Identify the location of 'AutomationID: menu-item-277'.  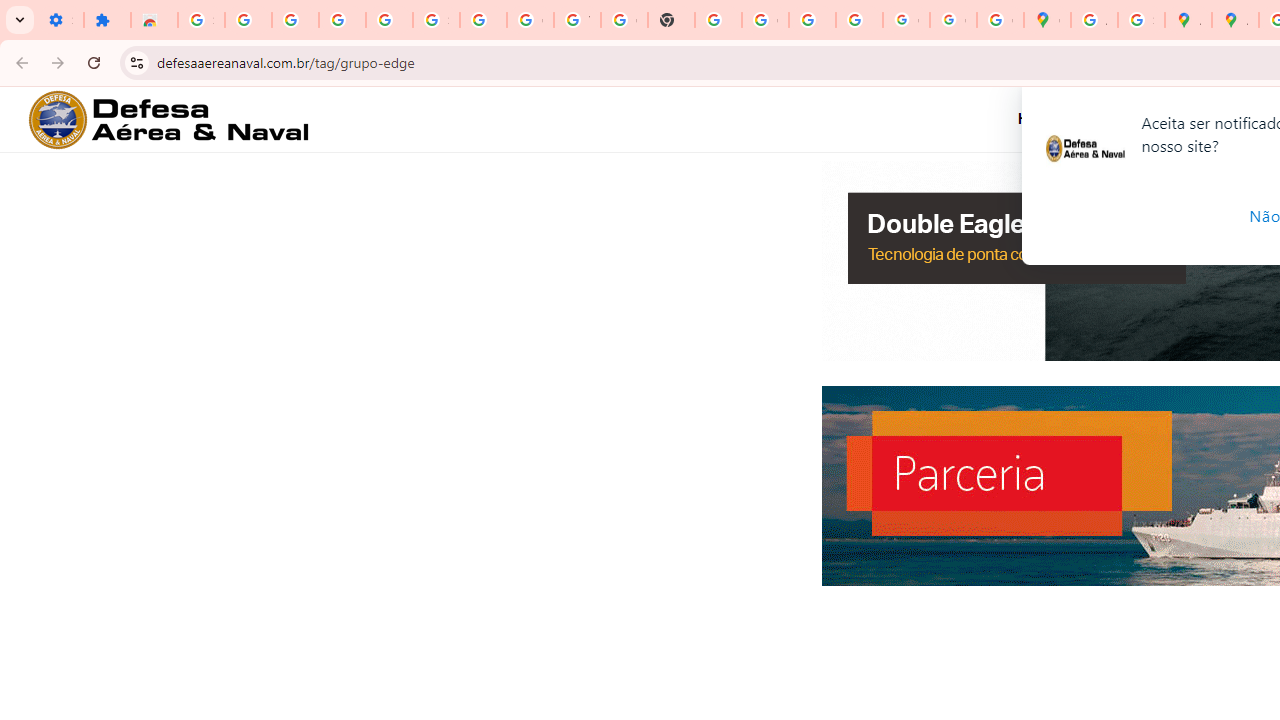
(1052, 119).